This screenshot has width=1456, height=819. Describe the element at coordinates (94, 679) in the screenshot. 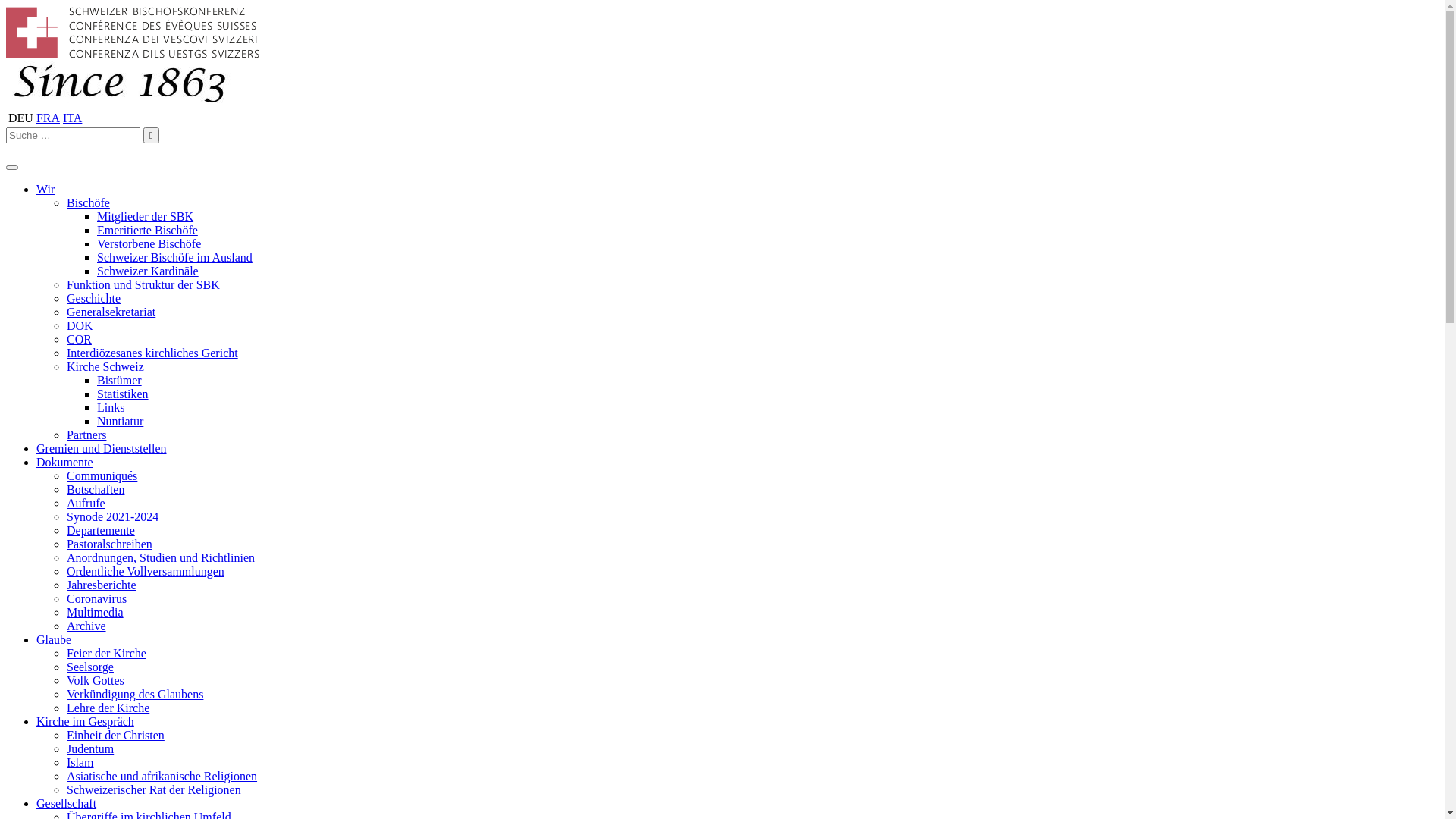

I see `'Volk Gottes'` at that location.